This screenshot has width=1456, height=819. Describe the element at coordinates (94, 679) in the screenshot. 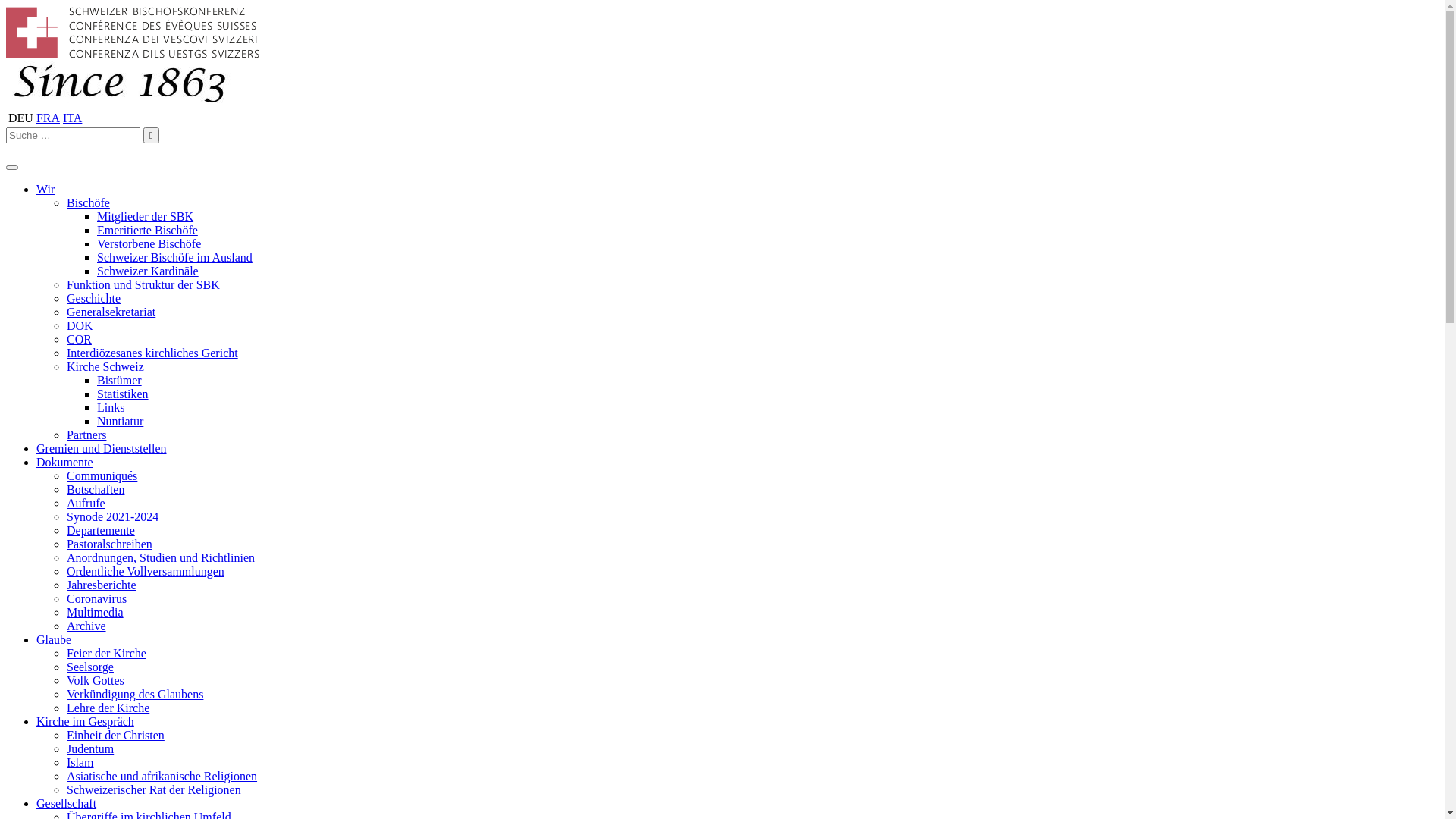

I see `'Volk Gottes'` at that location.